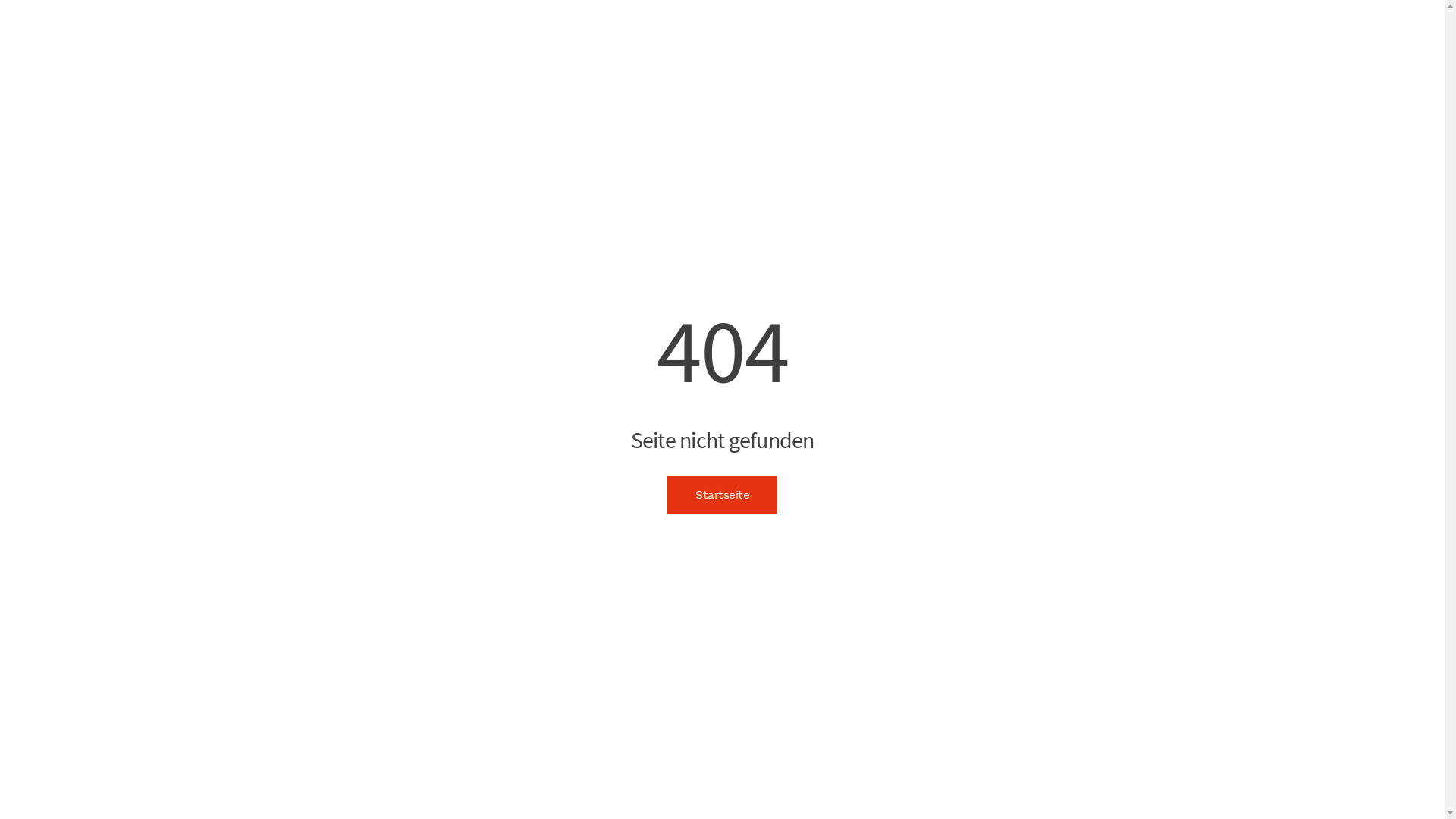  Describe the element at coordinates (721, 494) in the screenshot. I see `'Startseite'` at that location.